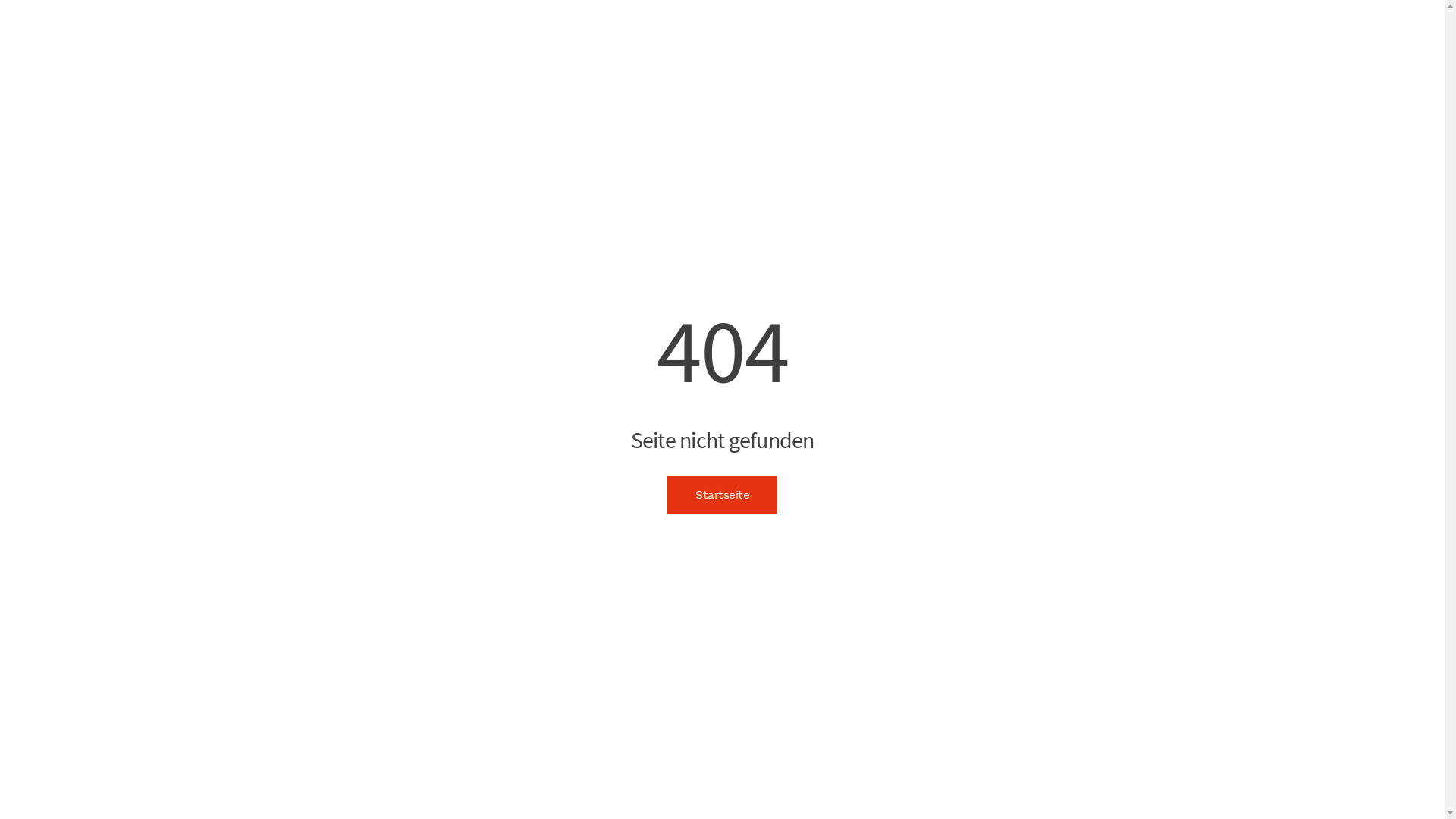  Describe the element at coordinates (721, 494) in the screenshot. I see `'Startseite'` at that location.